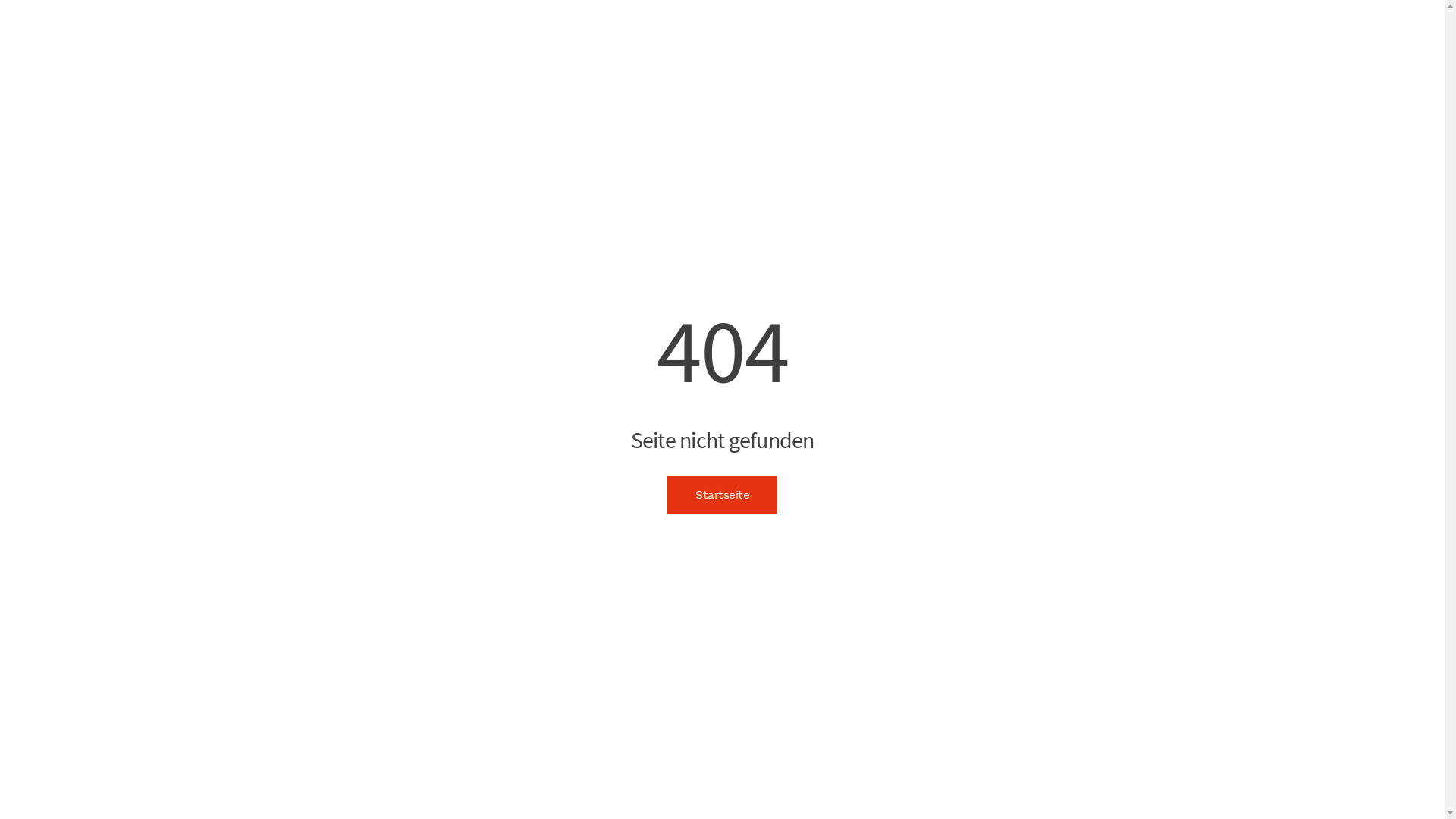  Describe the element at coordinates (721, 494) in the screenshot. I see `'Startseite'` at that location.